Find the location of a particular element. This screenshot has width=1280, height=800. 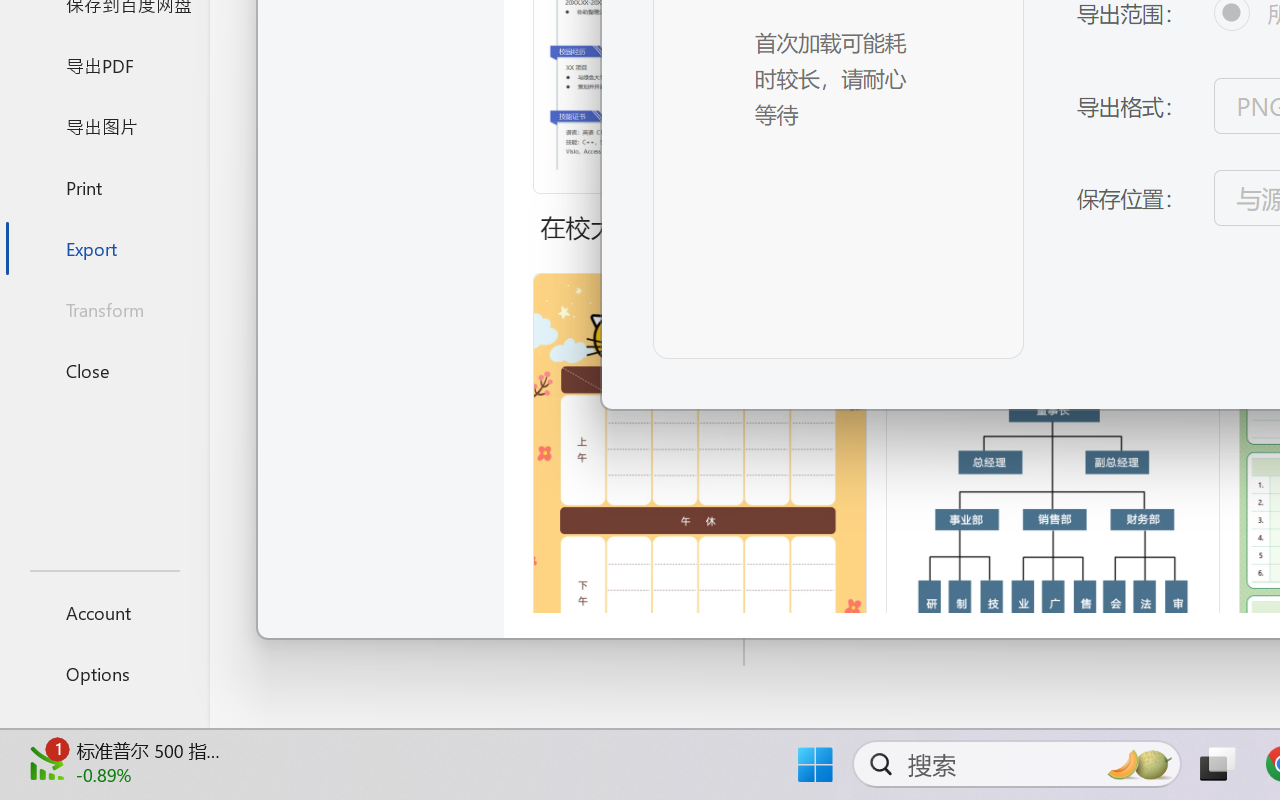

'Print' is located at coordinates (103, 186).